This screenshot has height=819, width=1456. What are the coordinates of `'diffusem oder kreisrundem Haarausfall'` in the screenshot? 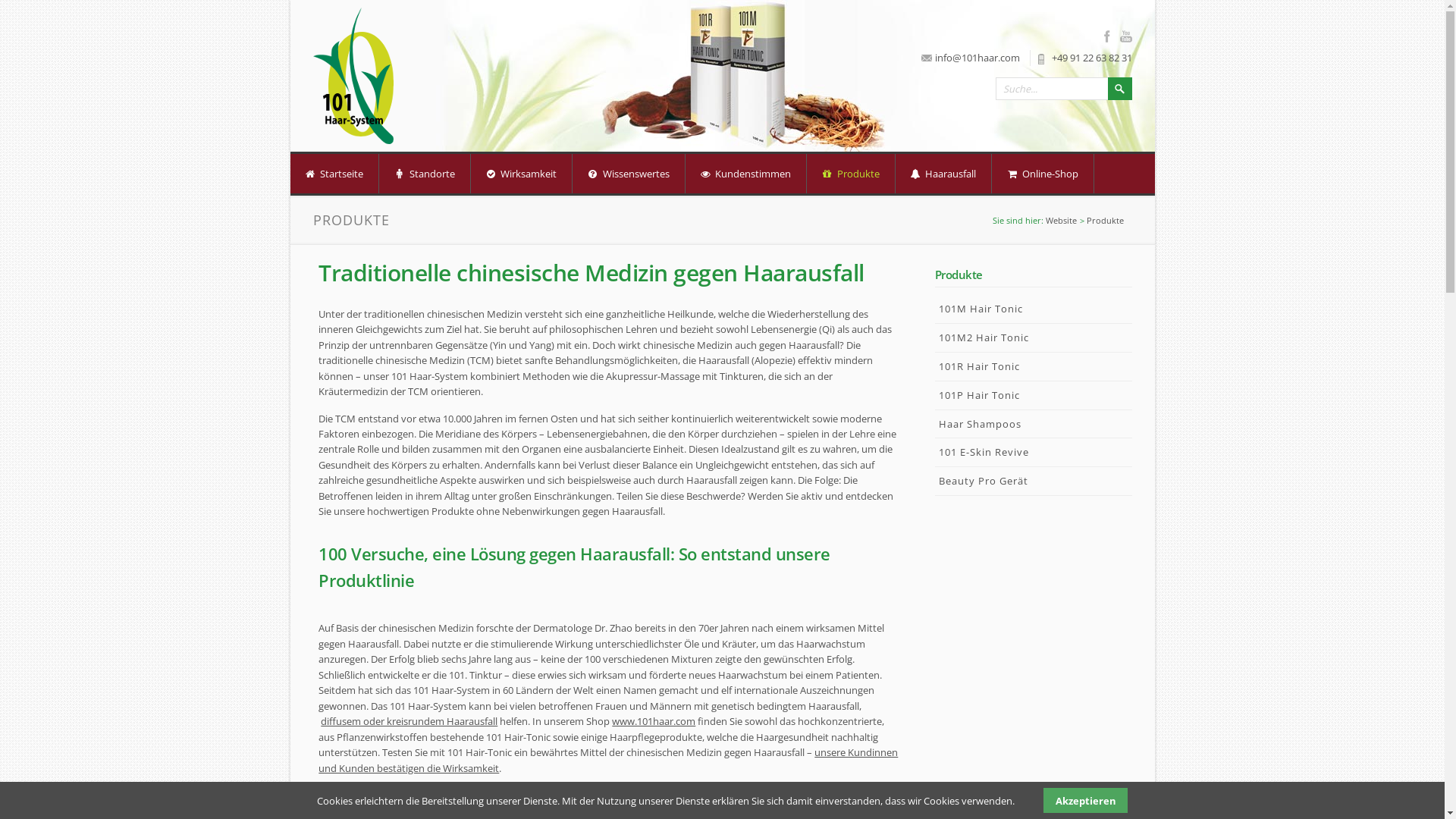 It's located at (409, 720).